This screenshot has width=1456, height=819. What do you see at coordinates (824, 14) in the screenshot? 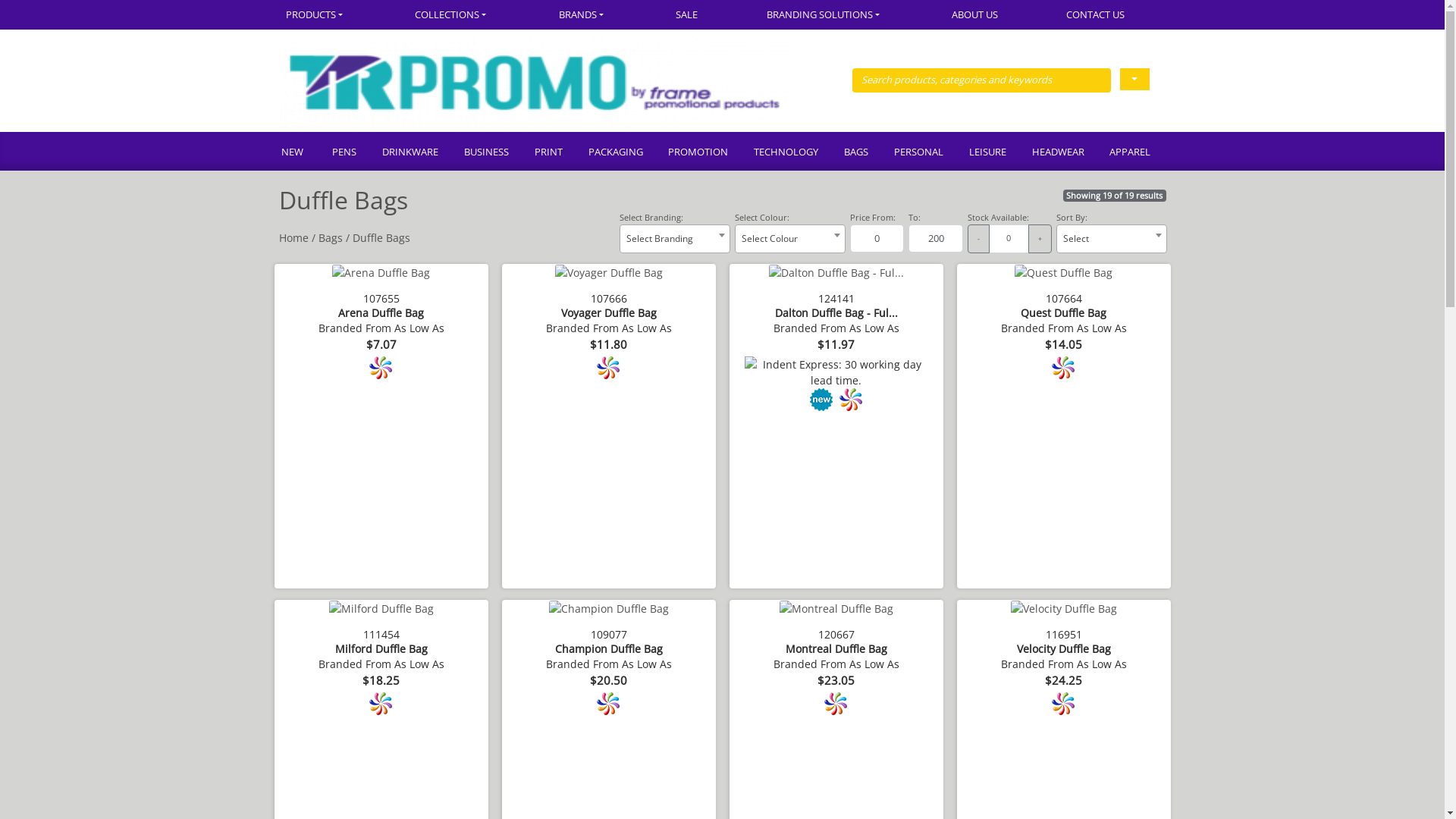
I see `'BRANDING SOLUTIONS'` at bounding box center [824, 14].